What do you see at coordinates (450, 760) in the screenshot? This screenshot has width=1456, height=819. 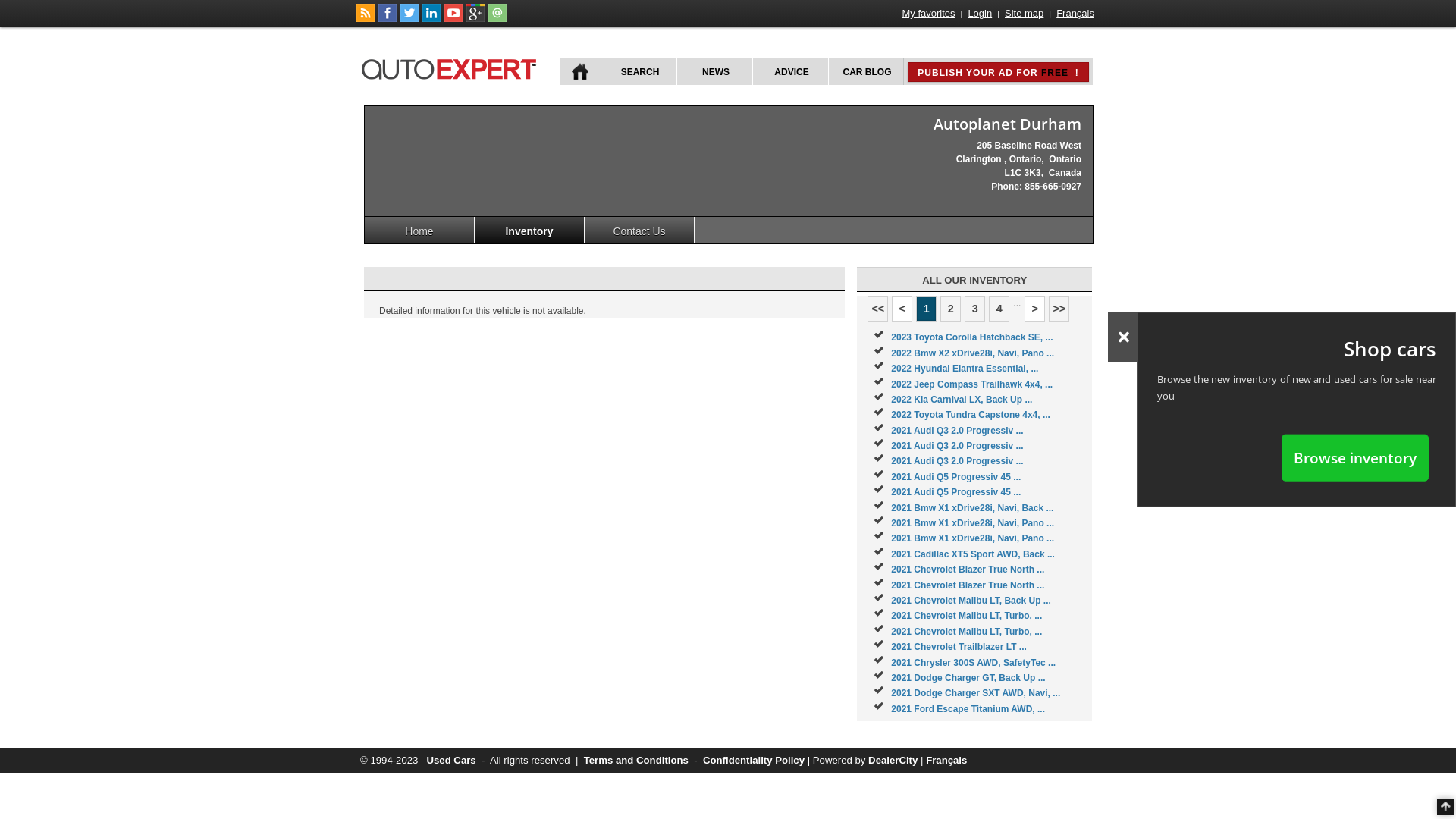 I see `'Used Cars'` at bounding box center [450, 760].